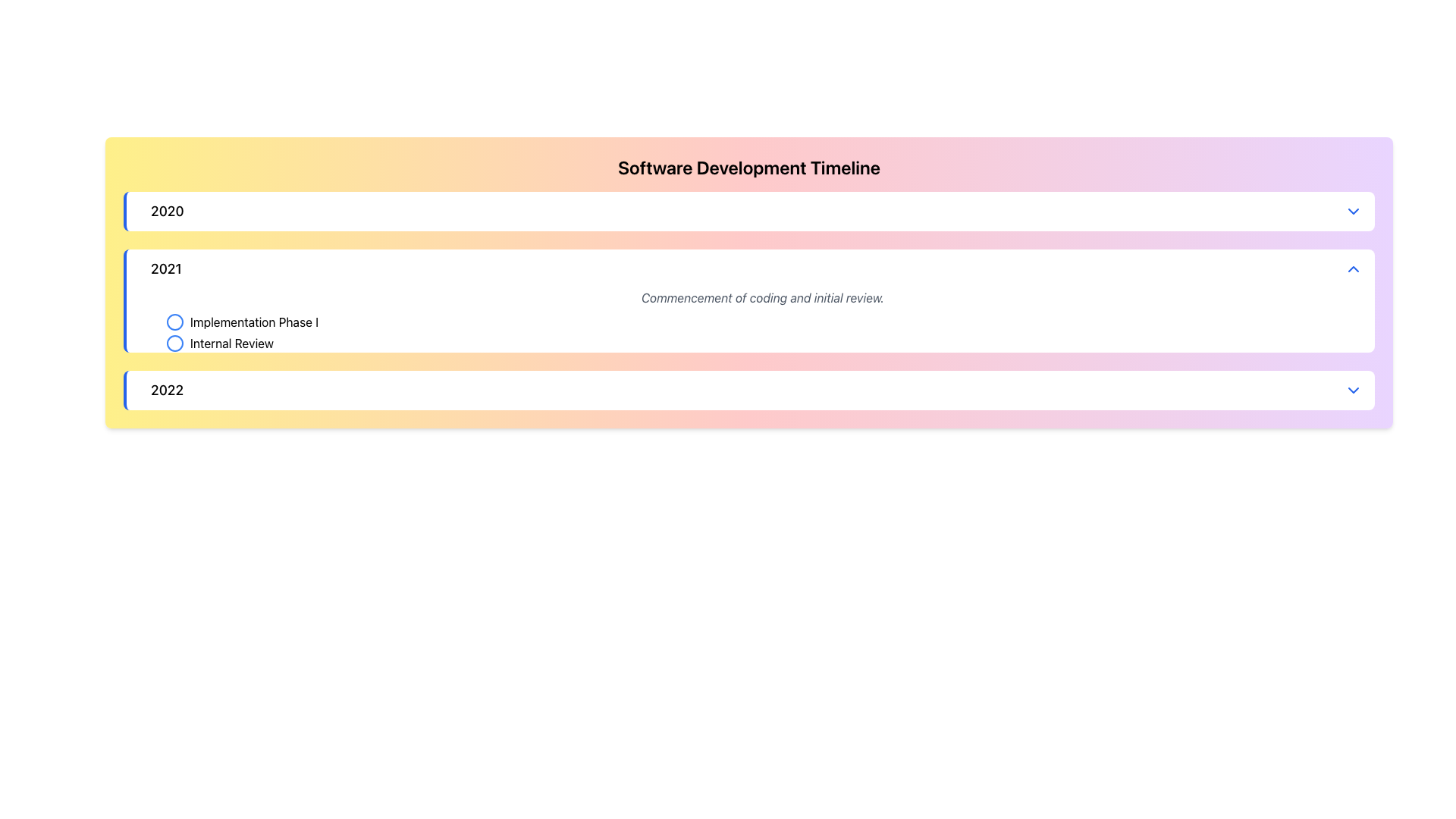  What do you see at coordinates (1354, 268) in the screenshot?
I see `the collapse button located at the far right end of the row labeled '2021' in the timeline to minimize the expanded details under this section` at bounding box center [1354, 268].